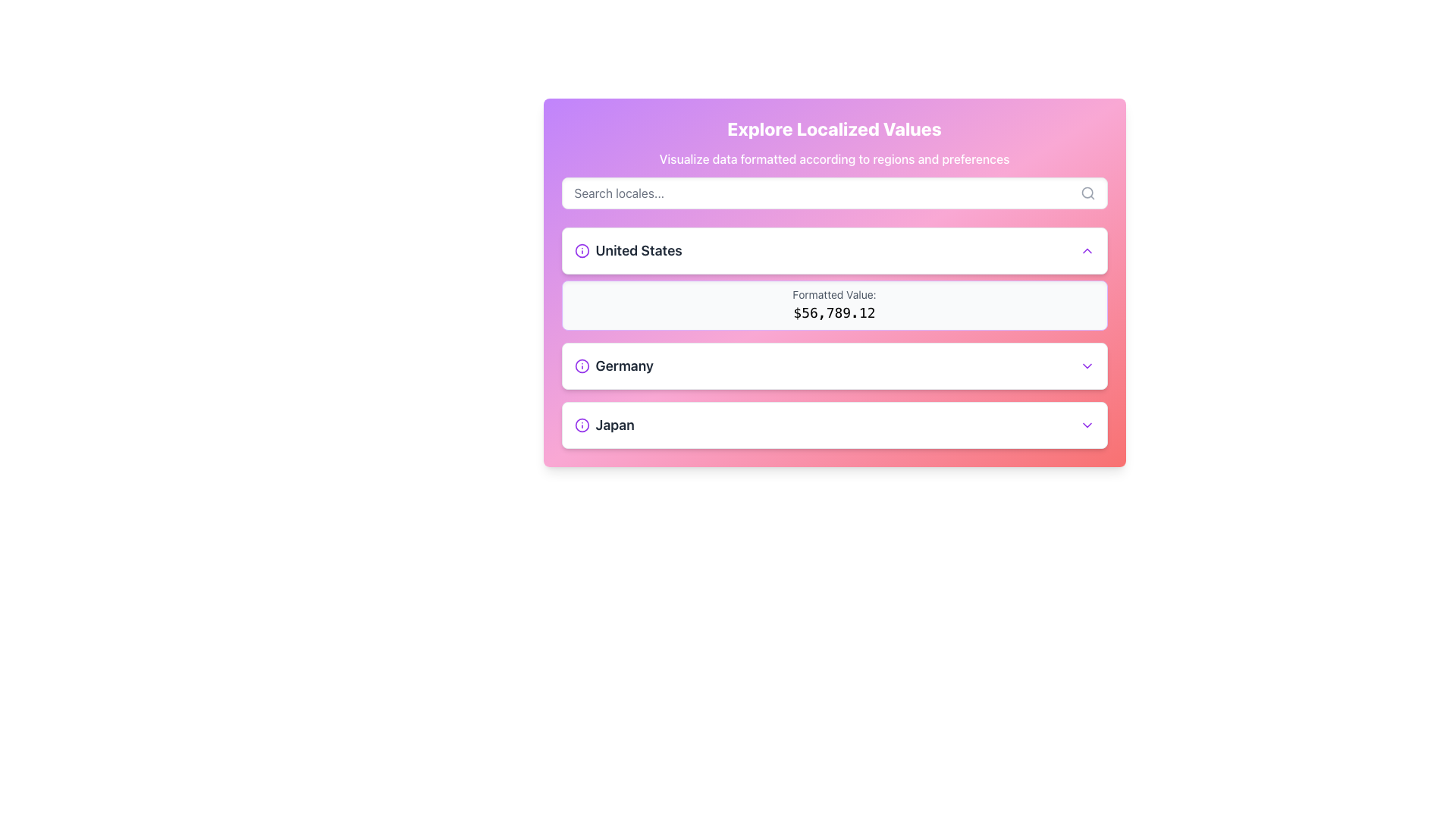 The height and width of the screenshot is (819, 1456). I want to click on the 'United States' text label with an info icon, so click(628, 250).